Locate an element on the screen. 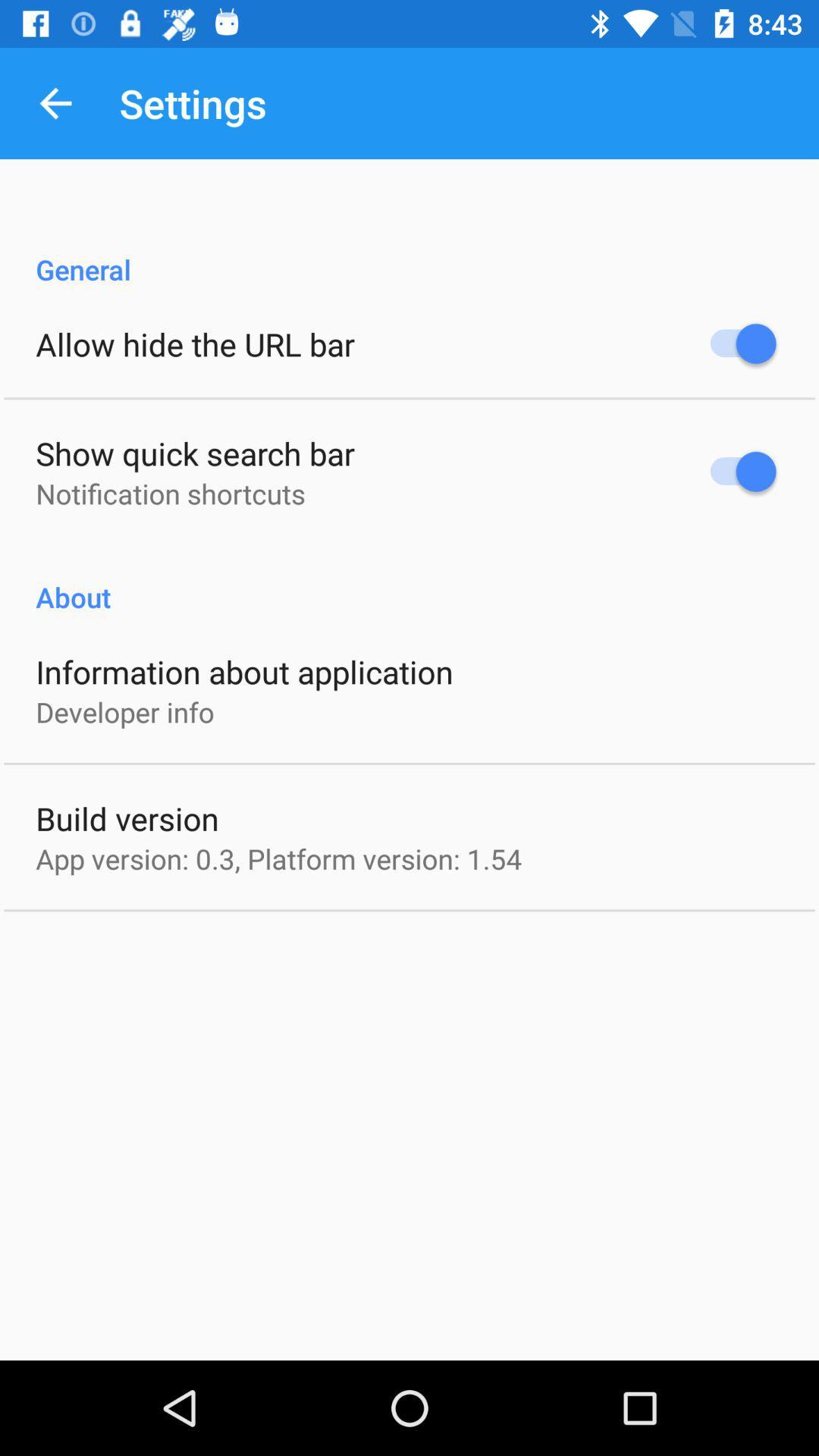 This screenshot has width=819, height=1456. allow hide the icon is located at coordinates (194, 343).